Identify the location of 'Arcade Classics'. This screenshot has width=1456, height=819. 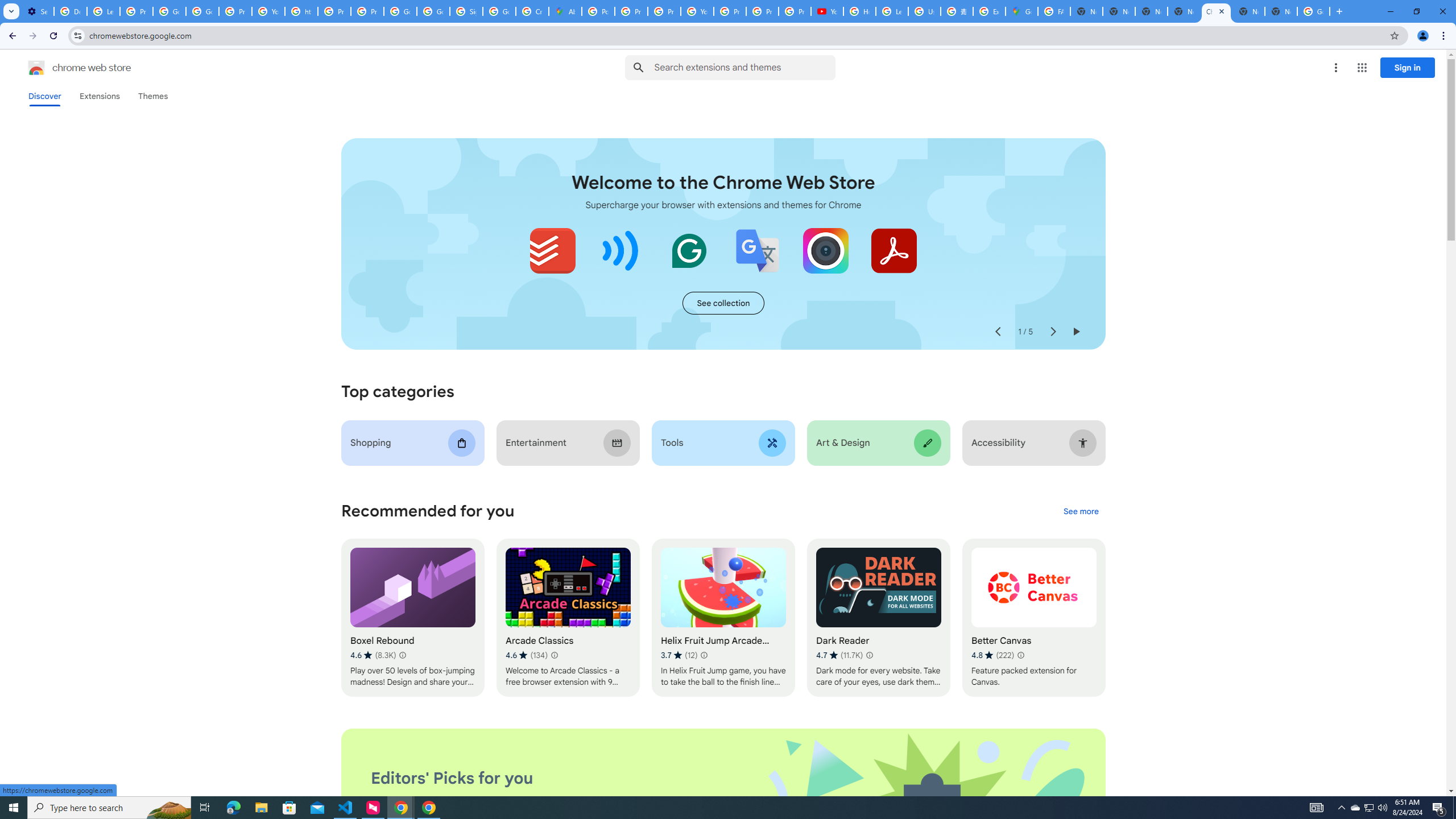
(568, 617).